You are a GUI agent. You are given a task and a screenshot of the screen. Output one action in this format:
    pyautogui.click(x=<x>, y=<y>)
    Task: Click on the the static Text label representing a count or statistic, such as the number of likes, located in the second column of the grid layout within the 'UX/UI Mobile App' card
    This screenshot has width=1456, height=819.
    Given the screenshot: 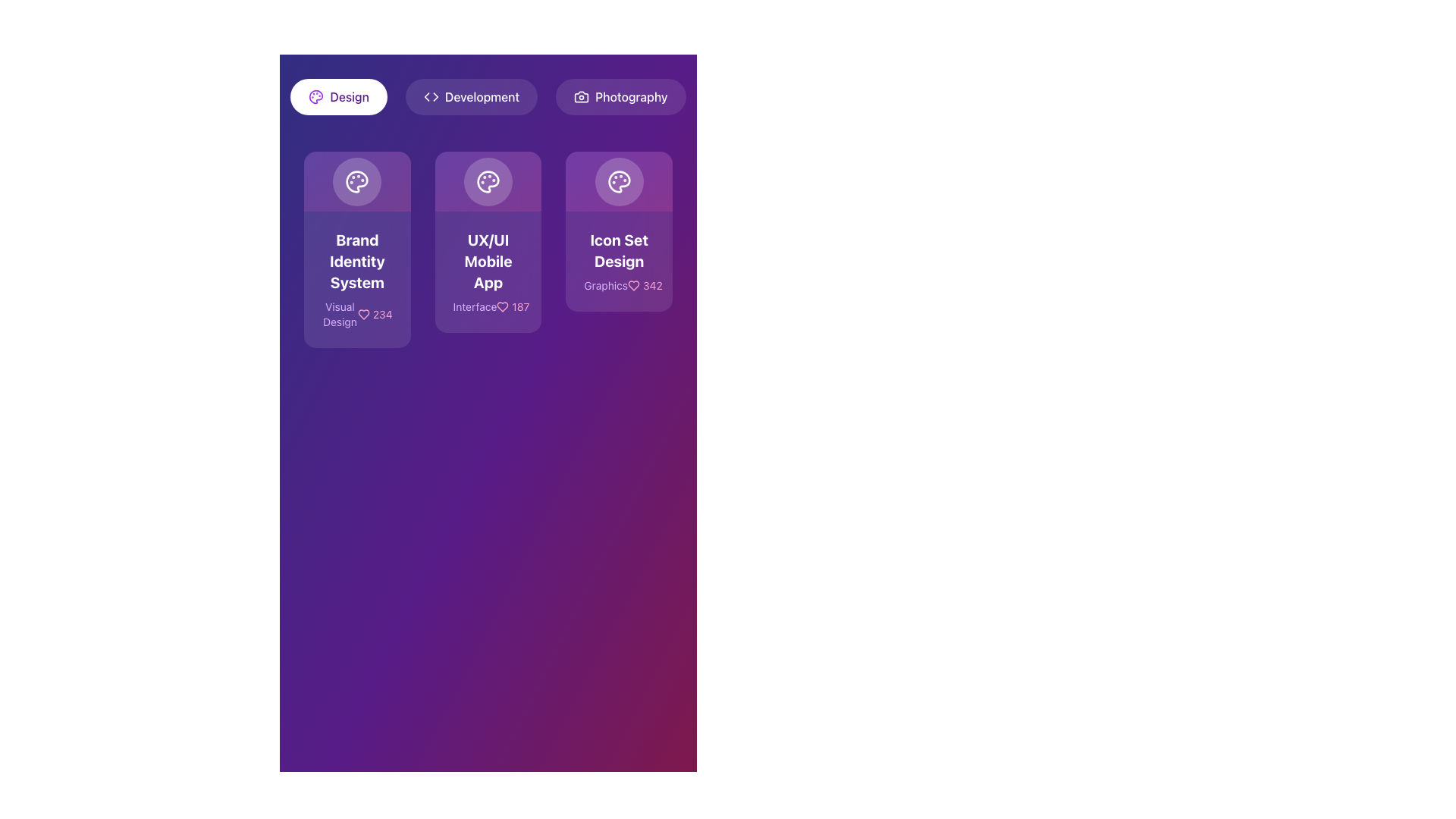 What is the action you would take?
    pyautogui.click(x=520, y=307)
    